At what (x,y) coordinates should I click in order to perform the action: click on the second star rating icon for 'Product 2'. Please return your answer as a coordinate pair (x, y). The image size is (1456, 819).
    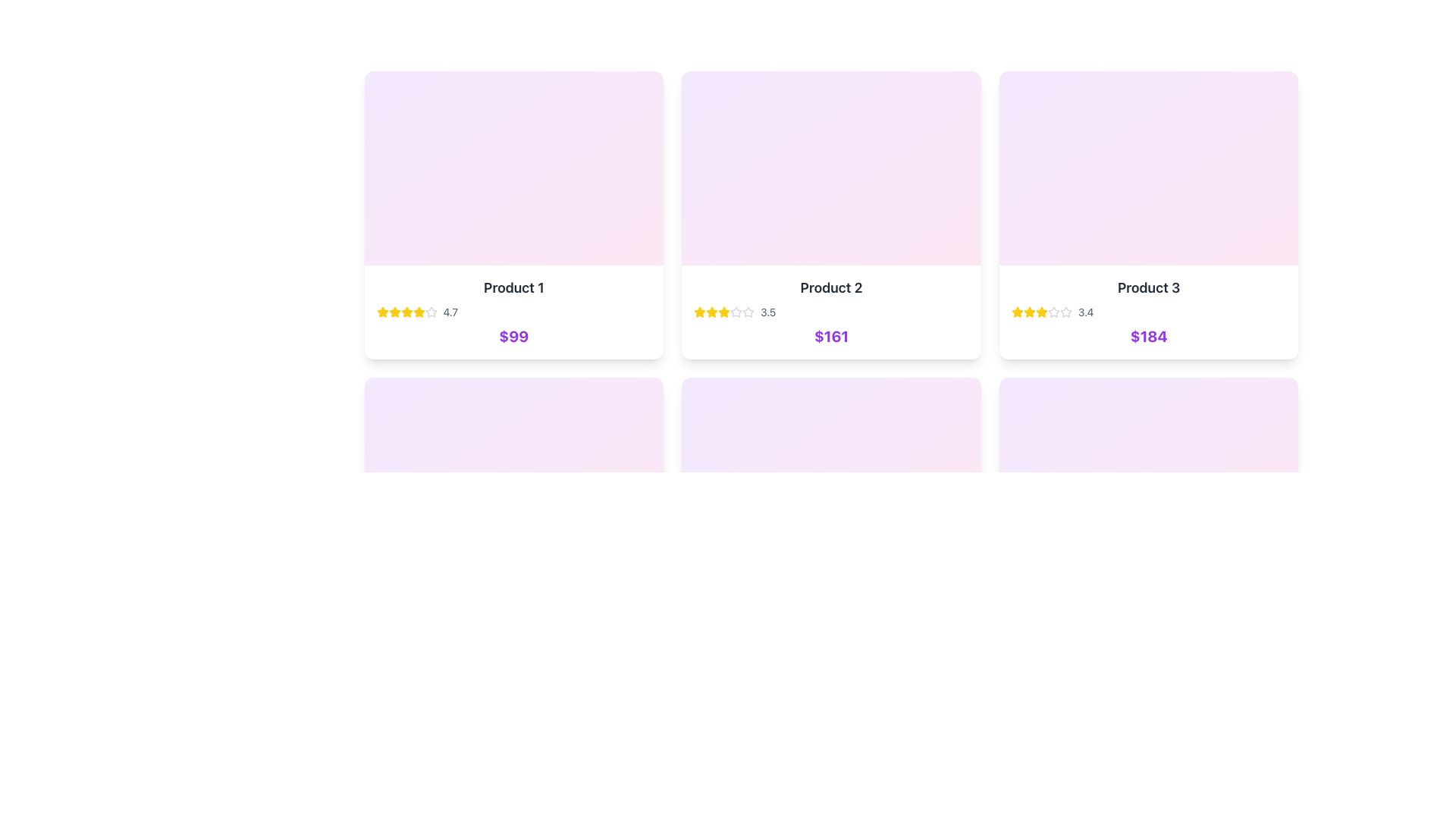
    Looking at the image, I should click on (711, 311).